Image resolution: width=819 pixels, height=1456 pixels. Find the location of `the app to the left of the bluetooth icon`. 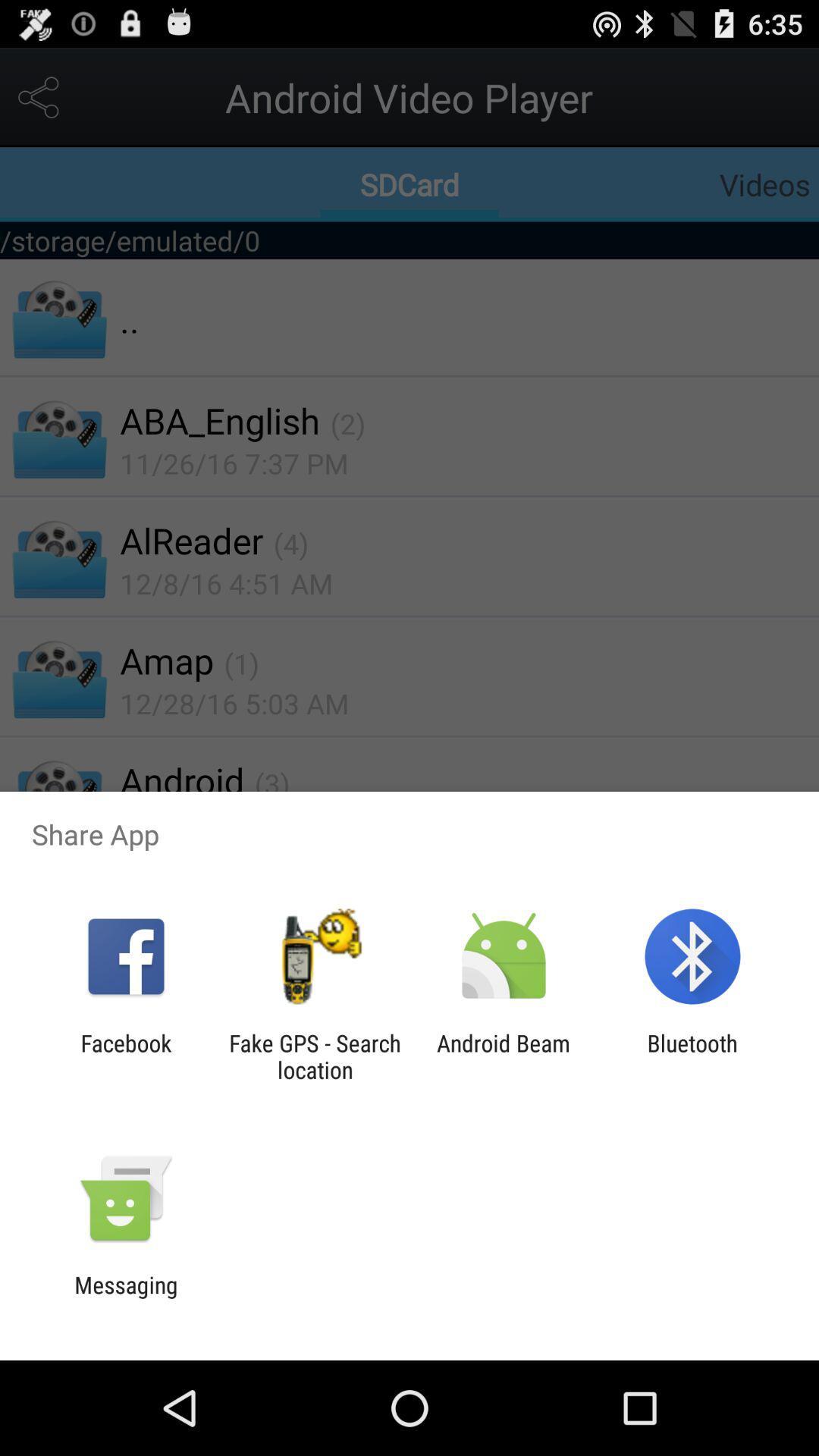

the app to the left of the bluetooth icon is located at coordinates (504, 1056).